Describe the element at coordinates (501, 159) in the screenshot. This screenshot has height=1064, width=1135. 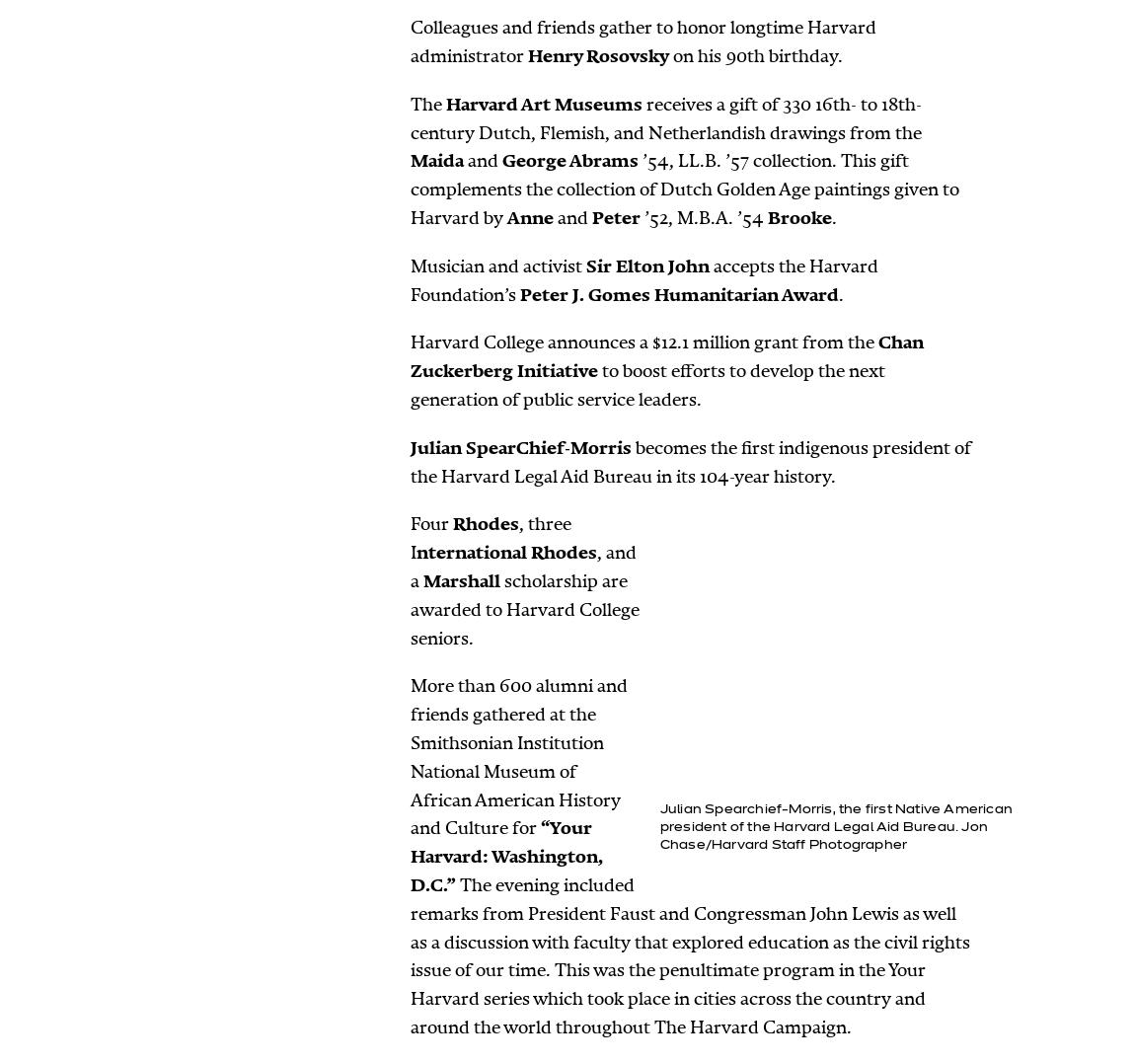
I see `'George Abrams'` at that location.